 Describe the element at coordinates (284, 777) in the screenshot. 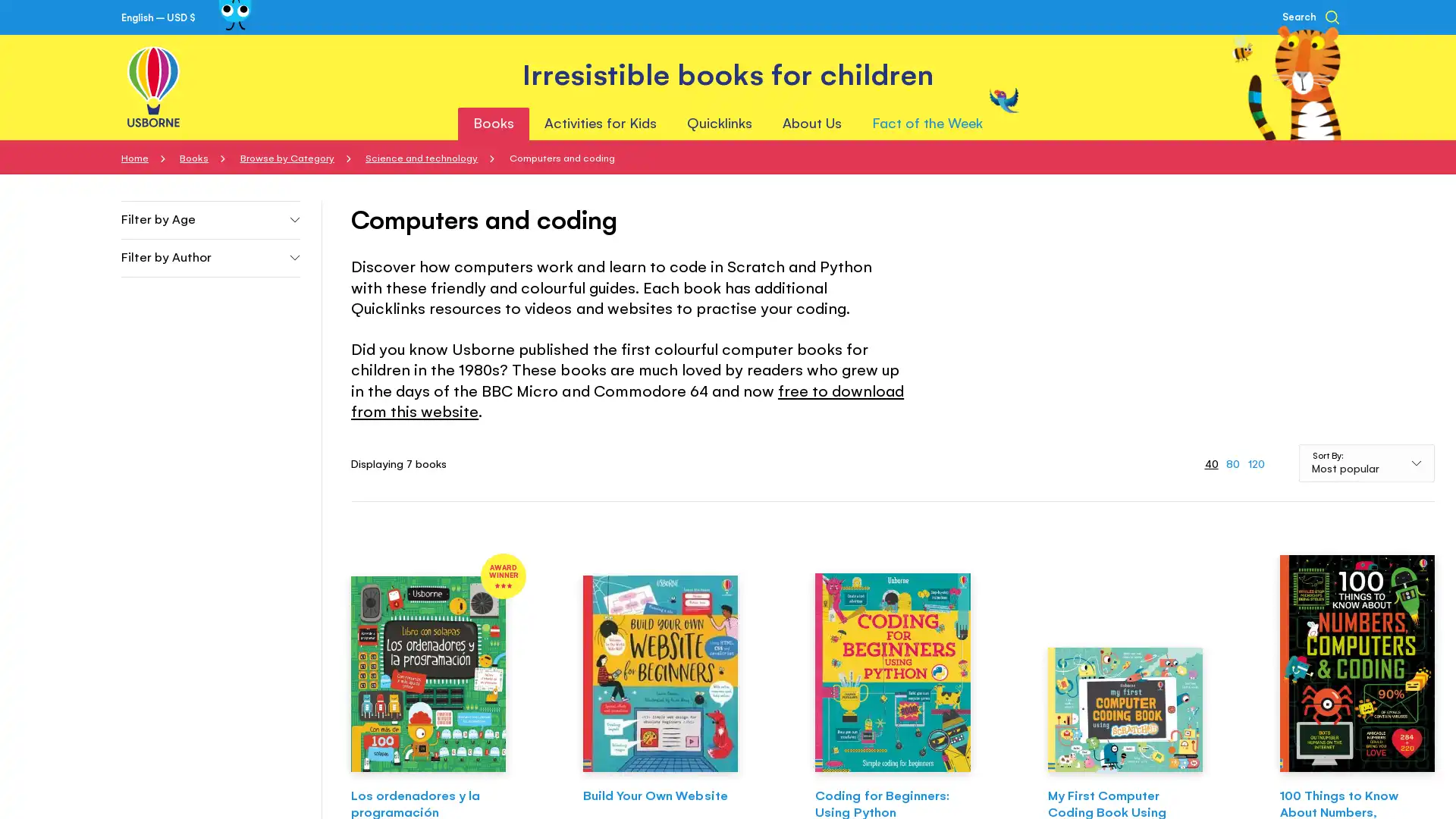

I see `Cookies Settings` at that location.